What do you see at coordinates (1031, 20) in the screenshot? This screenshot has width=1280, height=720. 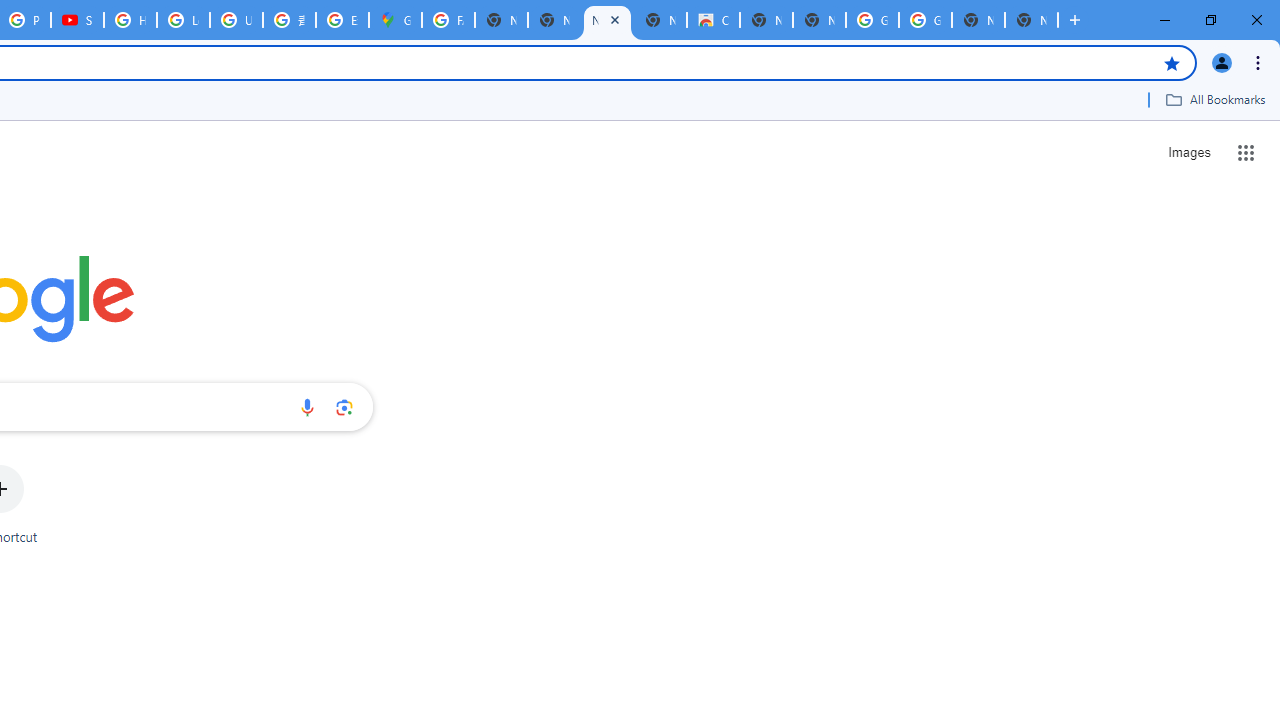 I see `'New Tab'` at bounding box center [1031, 20].